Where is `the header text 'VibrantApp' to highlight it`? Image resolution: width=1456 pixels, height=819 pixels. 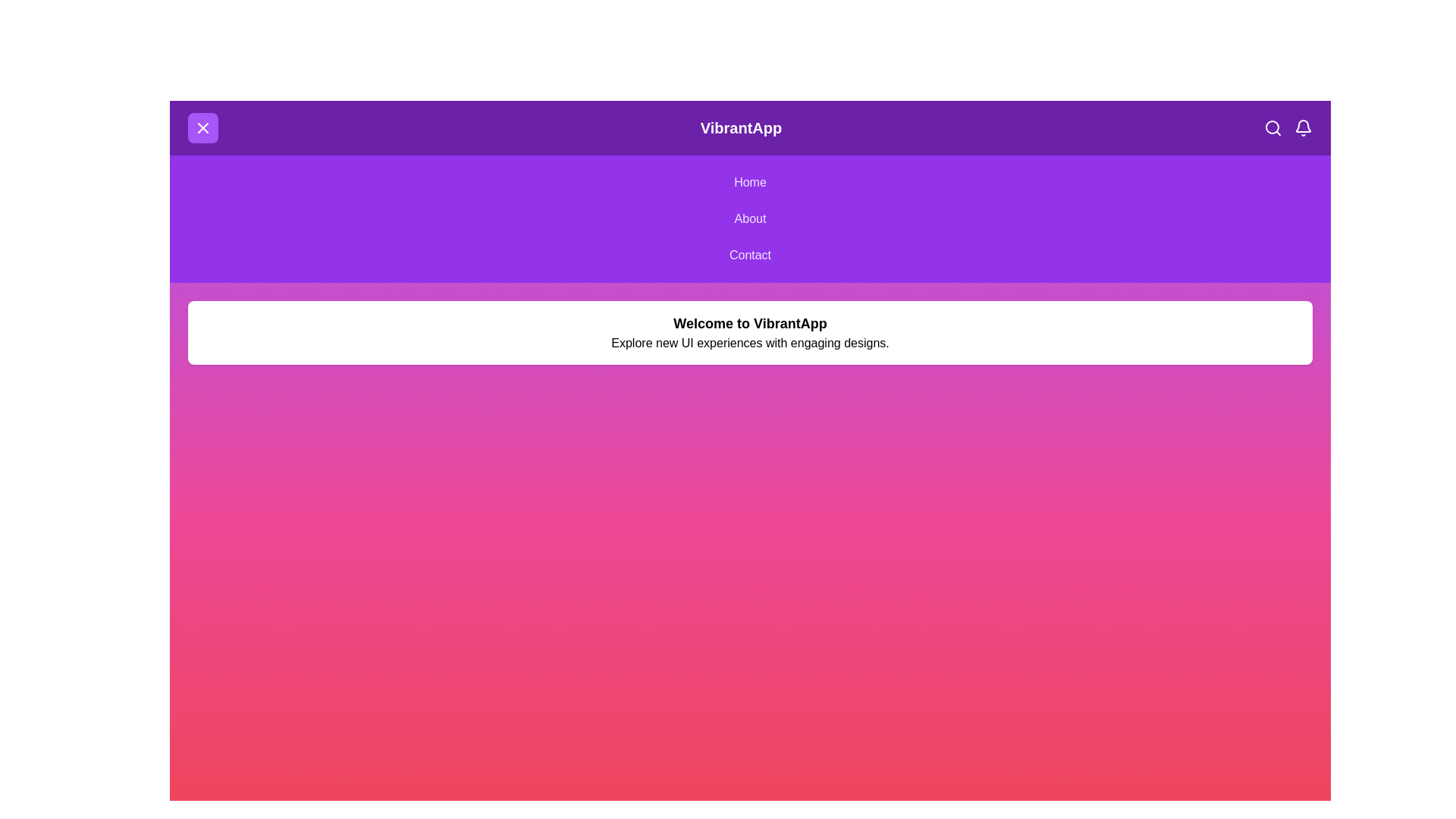
the header text 'VibrantApp' to highlight it is located at coordinates (741, 127).